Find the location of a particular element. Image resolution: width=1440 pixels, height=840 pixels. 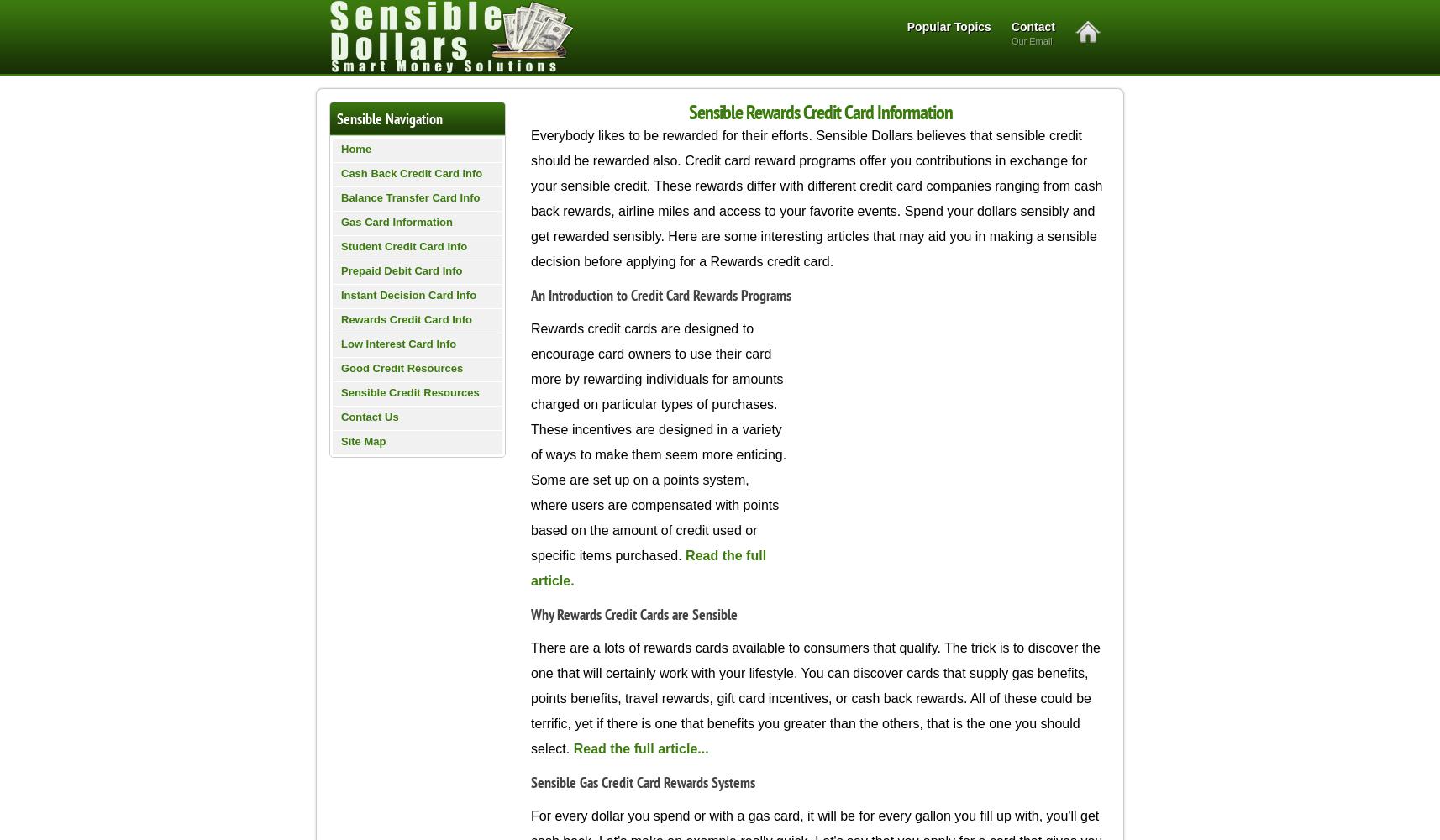

'Gas Card Information' is located at coordinates (397, 222).